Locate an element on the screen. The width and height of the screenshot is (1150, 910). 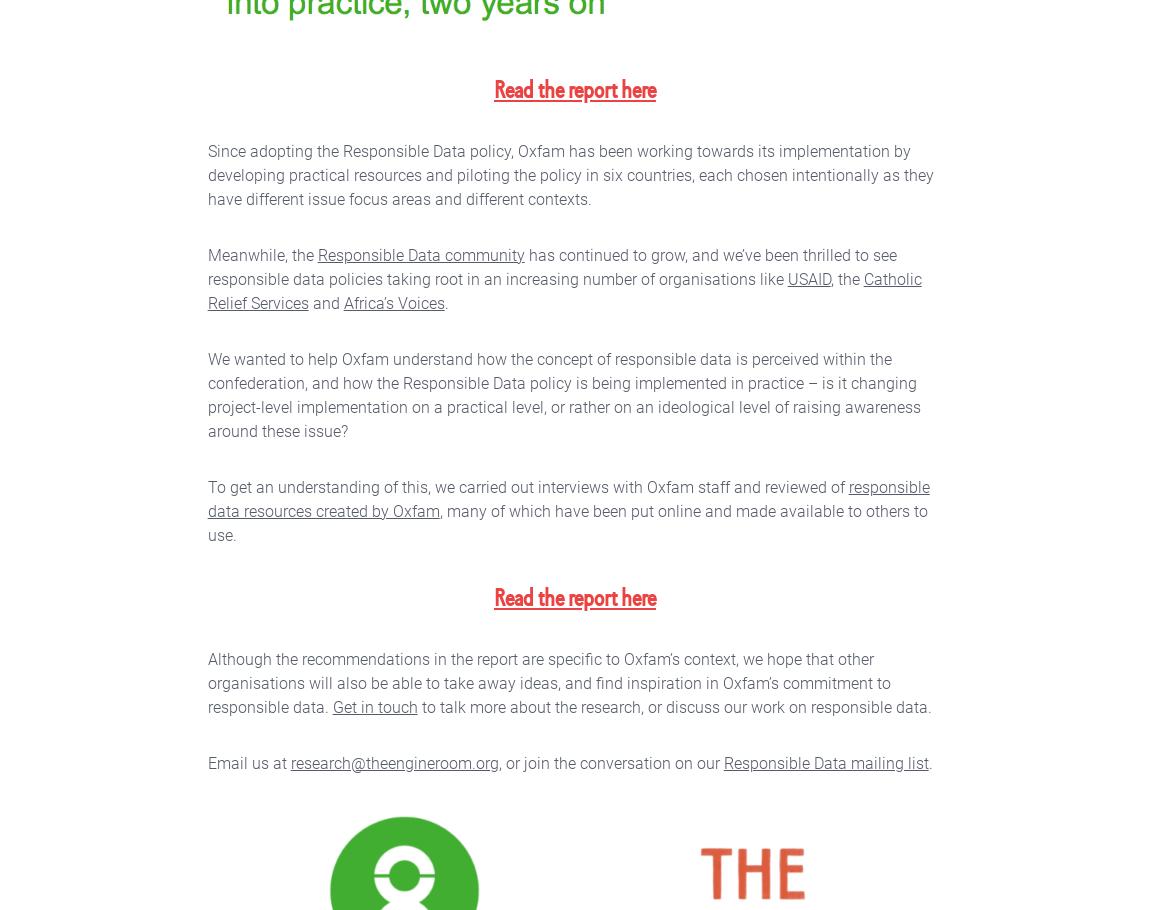
', many of which have been put online and made available to others to use.' is located at coordinates (206, 521).